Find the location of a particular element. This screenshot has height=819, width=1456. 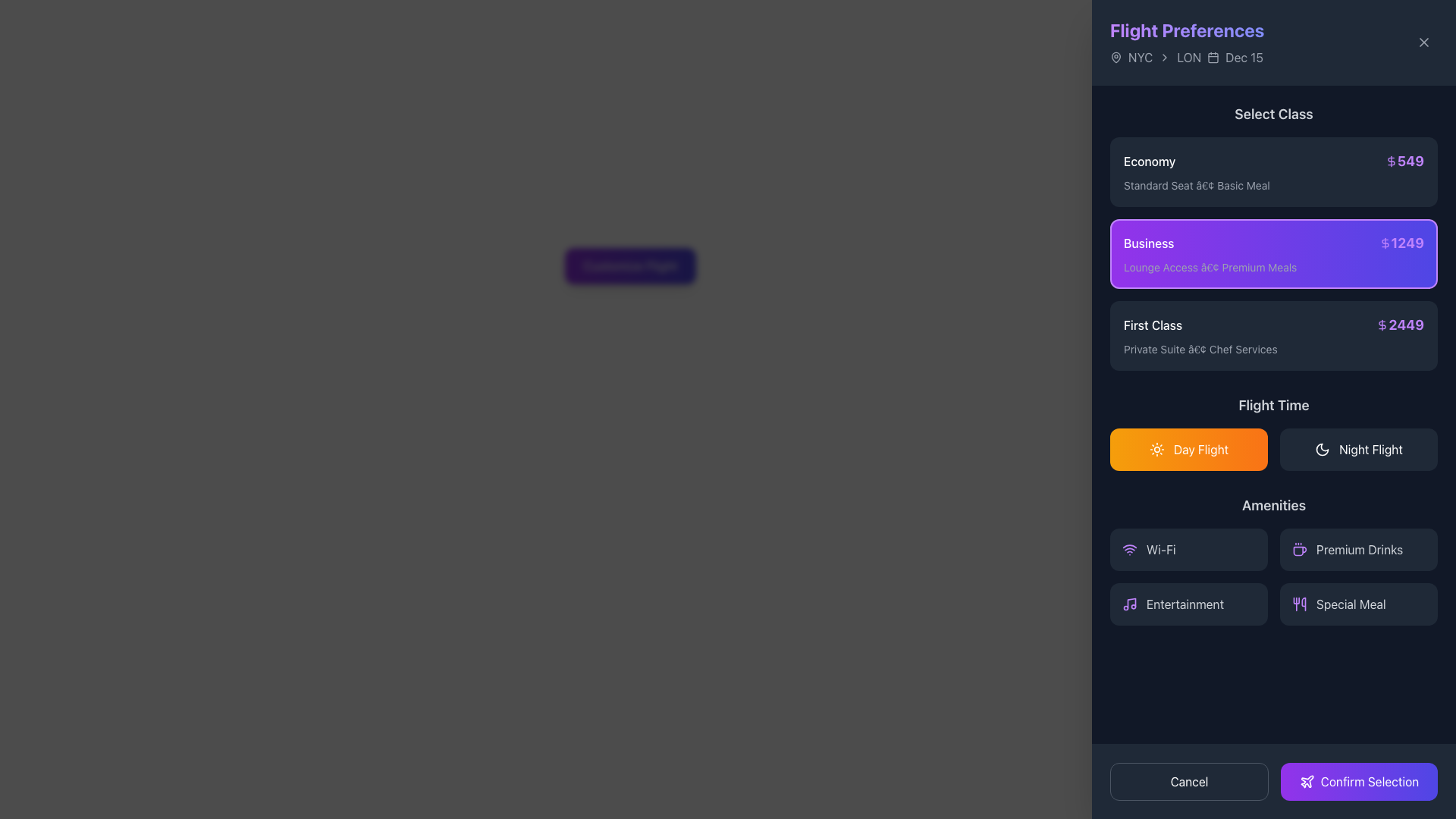

the 'Cancel' button, which is a rectangular button with a dark background and light text, located at the bottom-left of the interface, to the left of the 'Confirm Selection' button is located at coordinates (1188, 781).